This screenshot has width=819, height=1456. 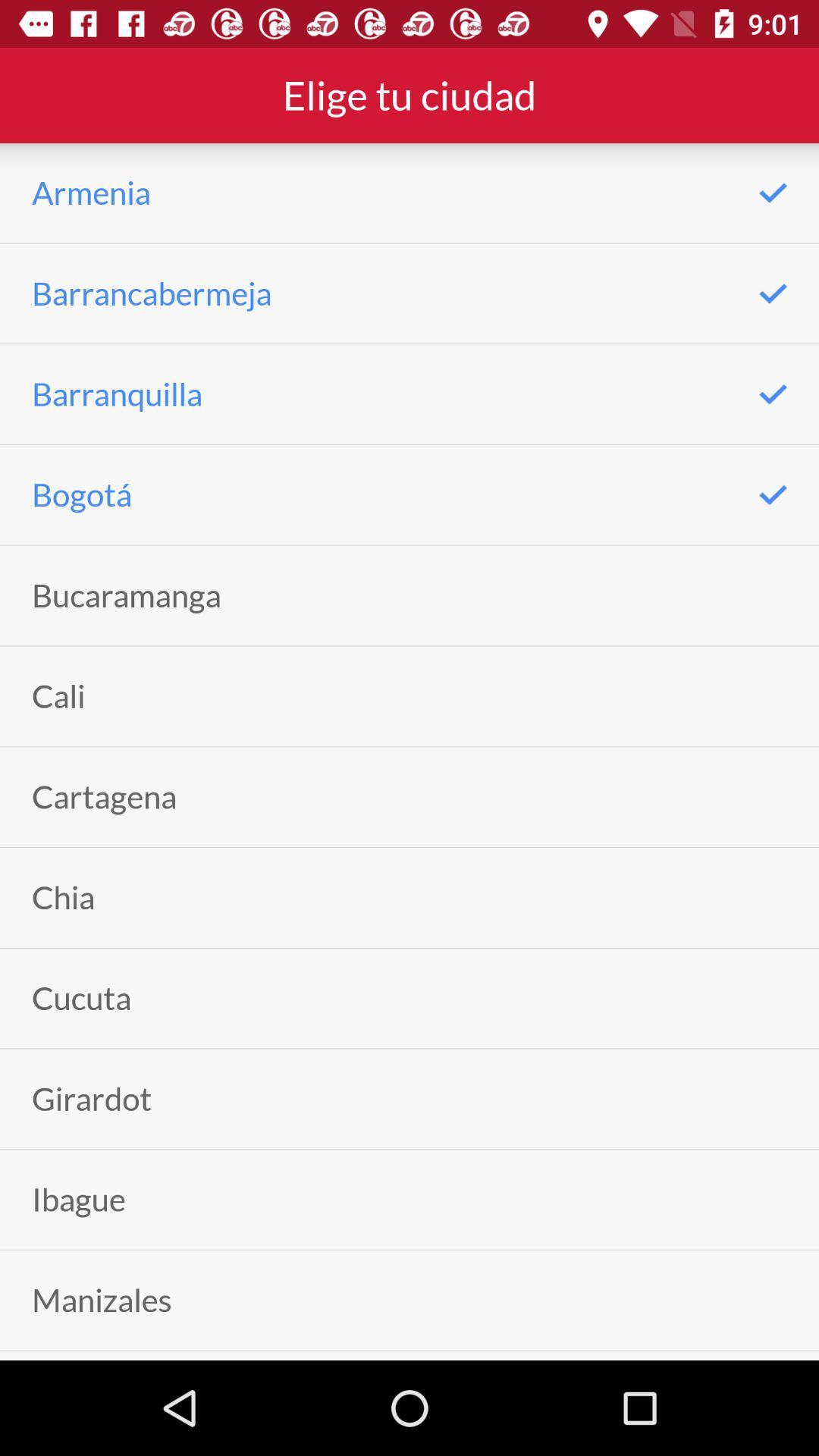 I want to click on item above the cali item, so click(x=125, y=595).